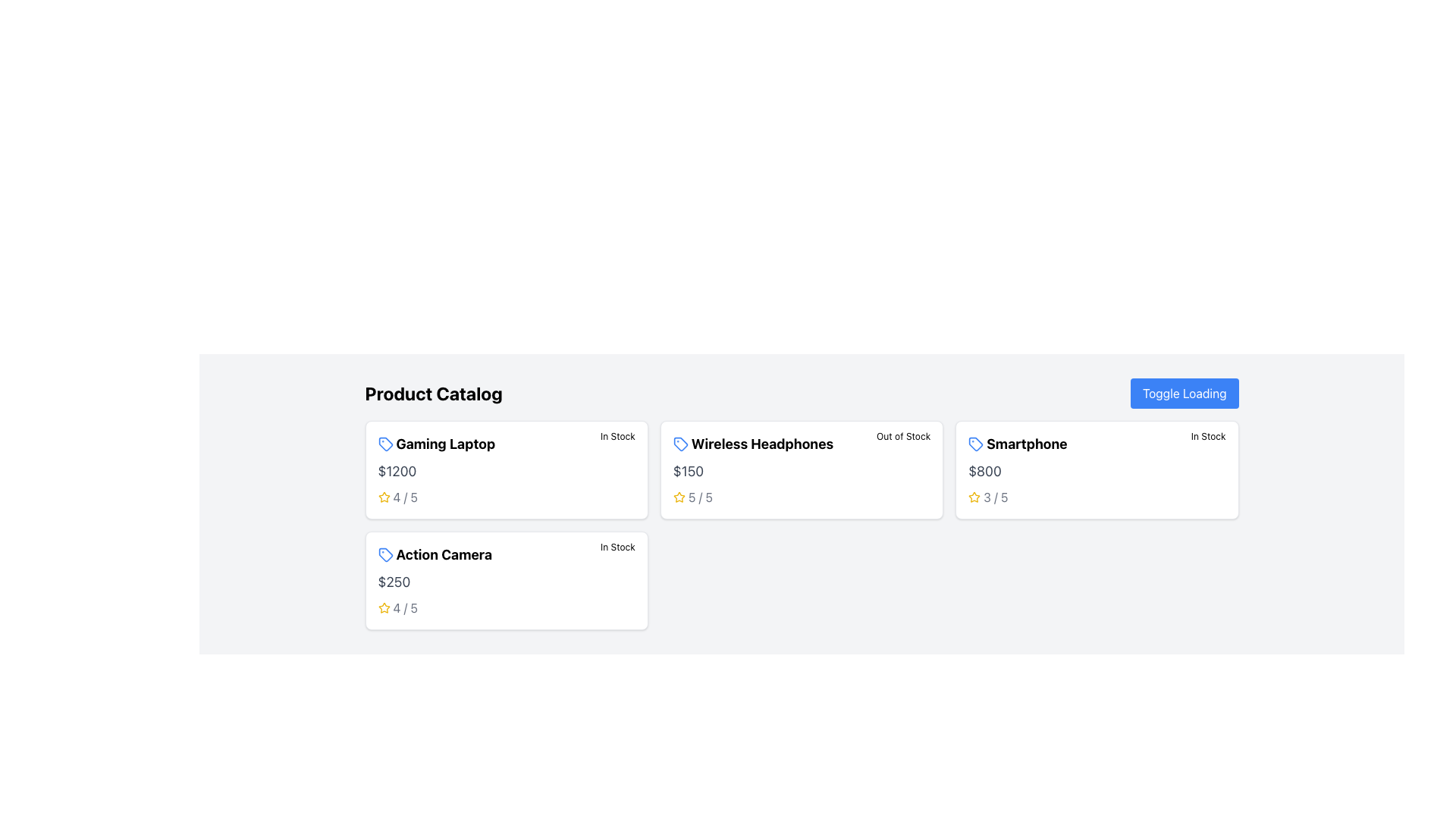  Describe the element at coordinates (974, 497) in the screenshot. I see `the star icon representing the rating score of the 'Smartphone' product located in the fourth product card from the left, next to the text '3 / 5' and below the price` at that location.